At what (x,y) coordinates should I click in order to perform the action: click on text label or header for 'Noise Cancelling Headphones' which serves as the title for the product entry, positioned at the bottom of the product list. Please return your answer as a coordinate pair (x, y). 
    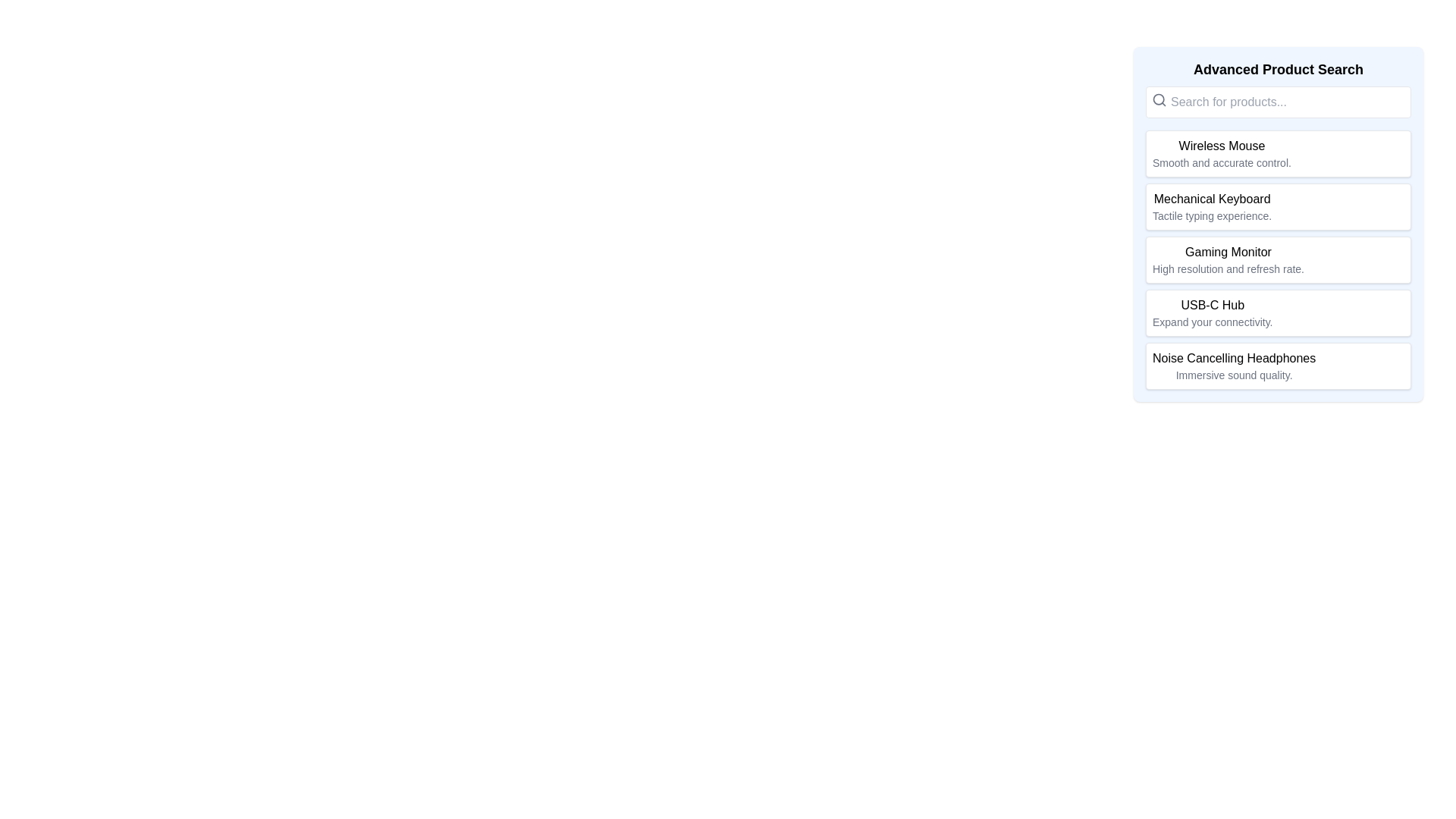
    Looking at the image, I should click on (1234, 359).